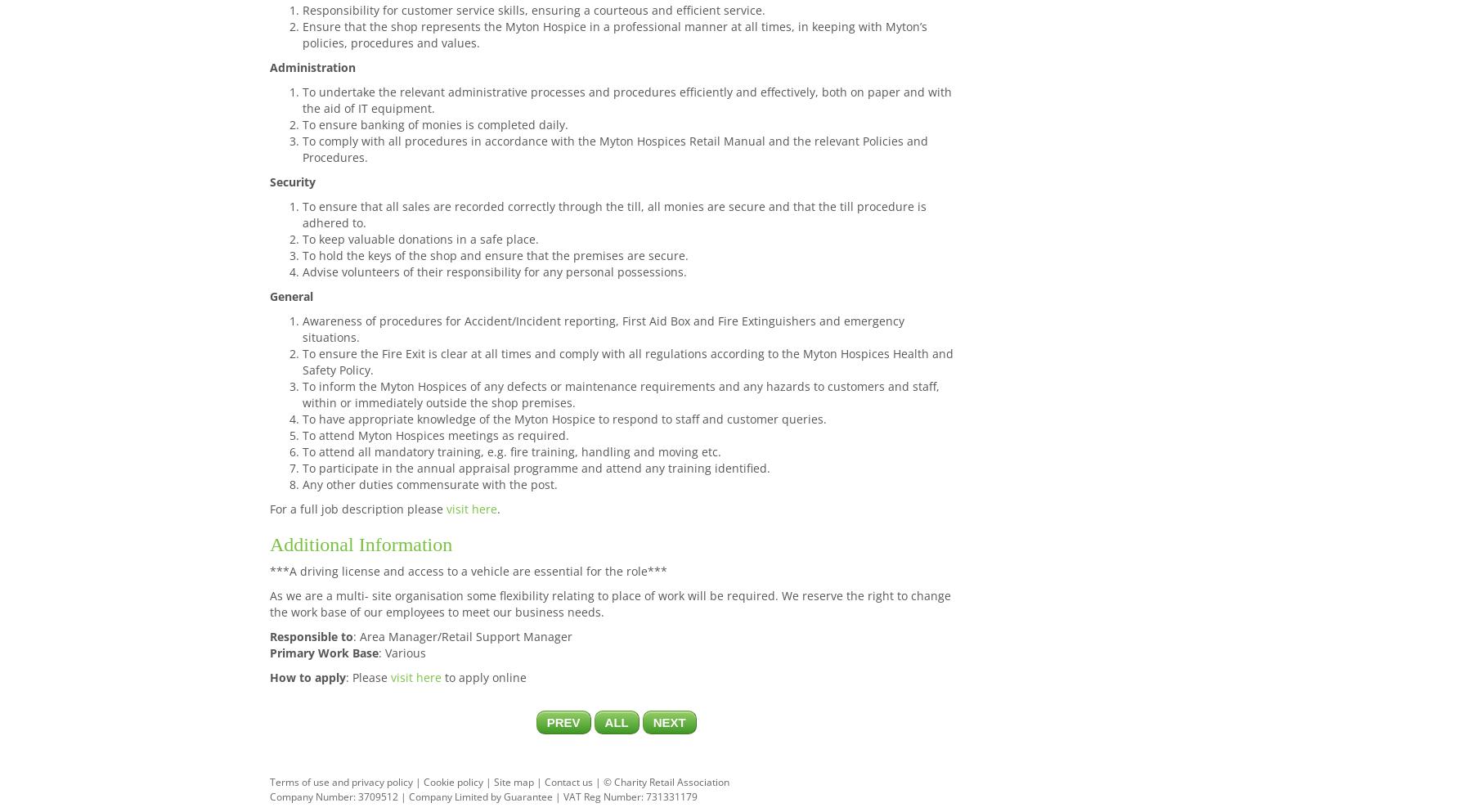 This screenshot has width=1472, height=812. I want to click on 'To attend all mandatory training, e.g. fire training, handling and moving etc.', so click(512, 450).